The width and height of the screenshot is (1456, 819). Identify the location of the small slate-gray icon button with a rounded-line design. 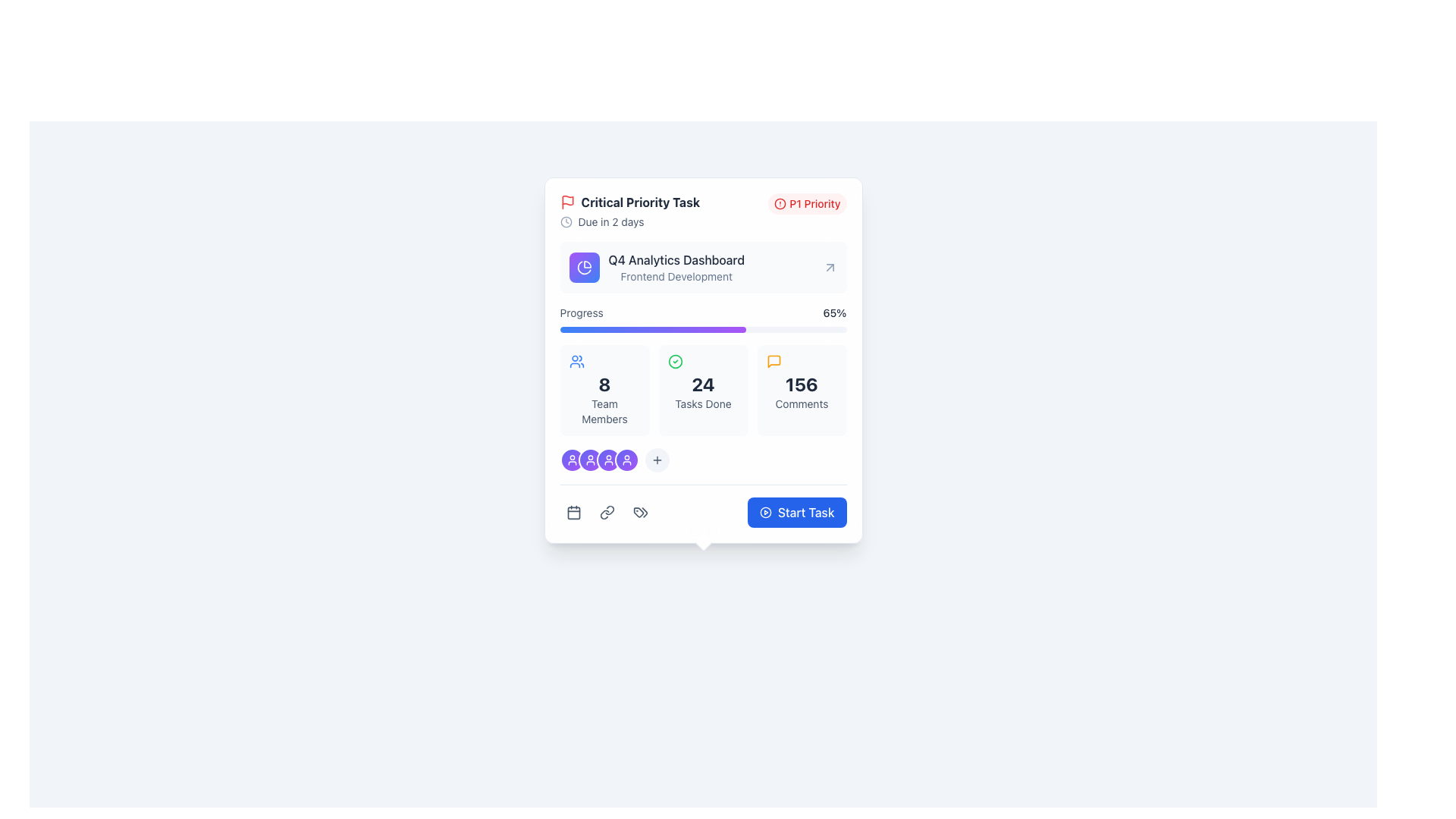
(640, 512).